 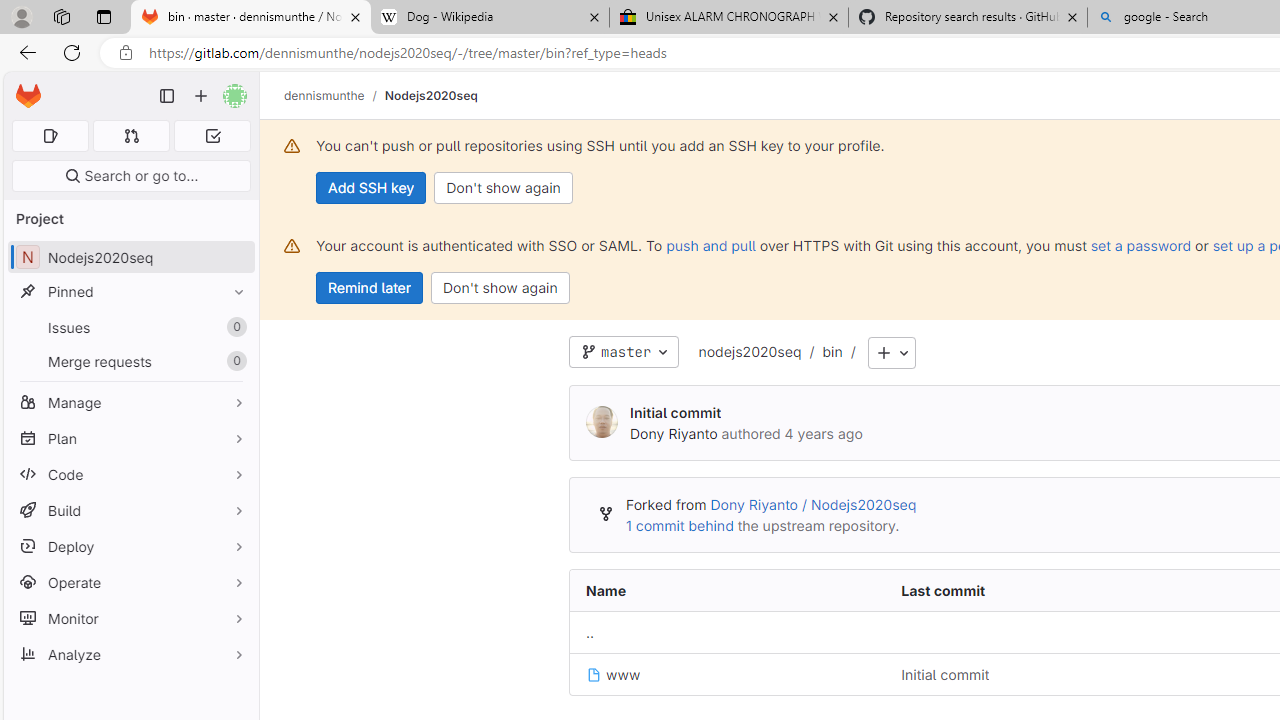 I want to click on 'Code', so click(x=130, y=474).